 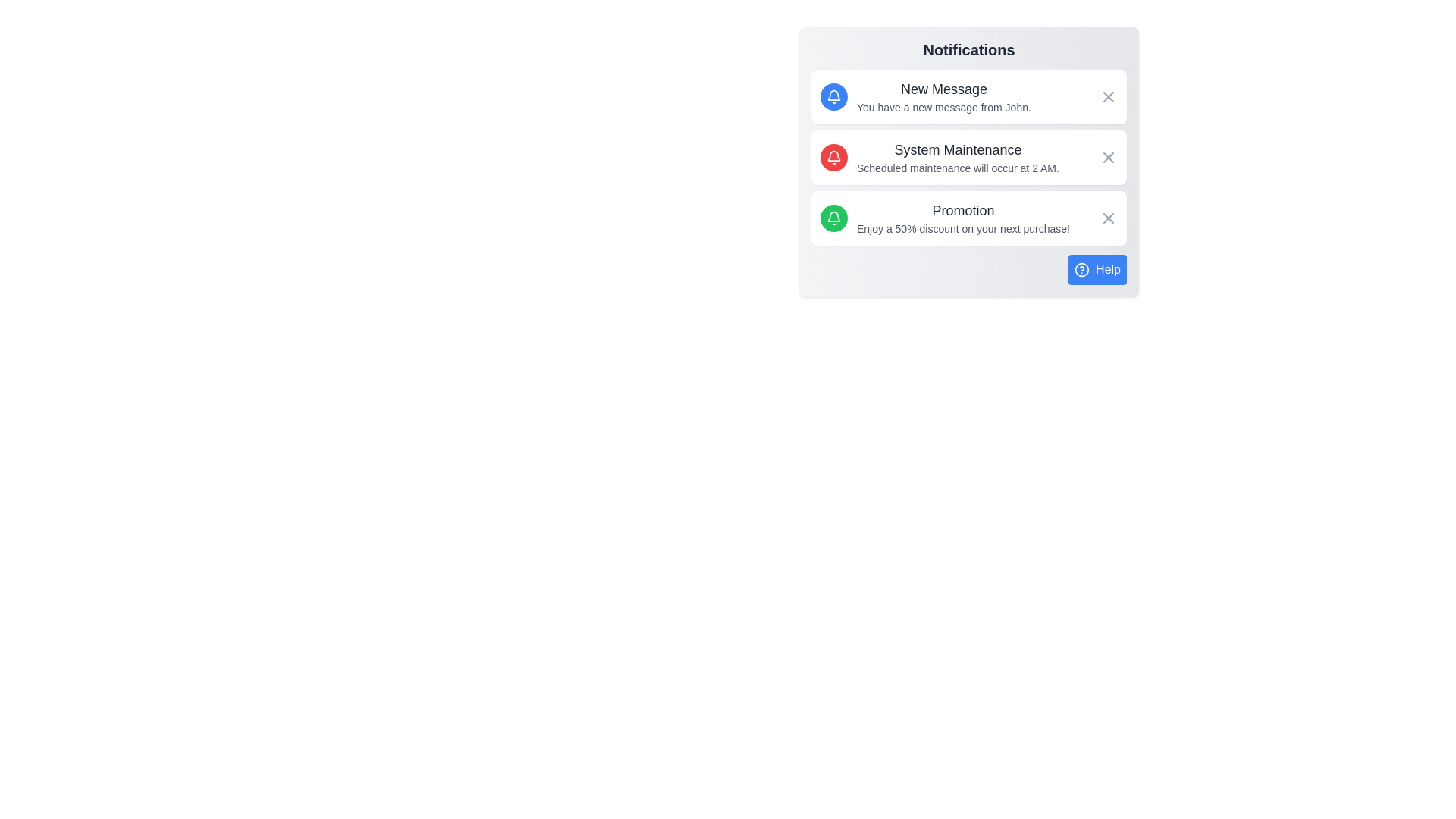 What do you see at coordinates (833, 96) in the screenshot?
I see `the 'New Message' notification icon, which is located to the far left of the notification row and aligned vertically in the center` at bounding box center [833, 96].